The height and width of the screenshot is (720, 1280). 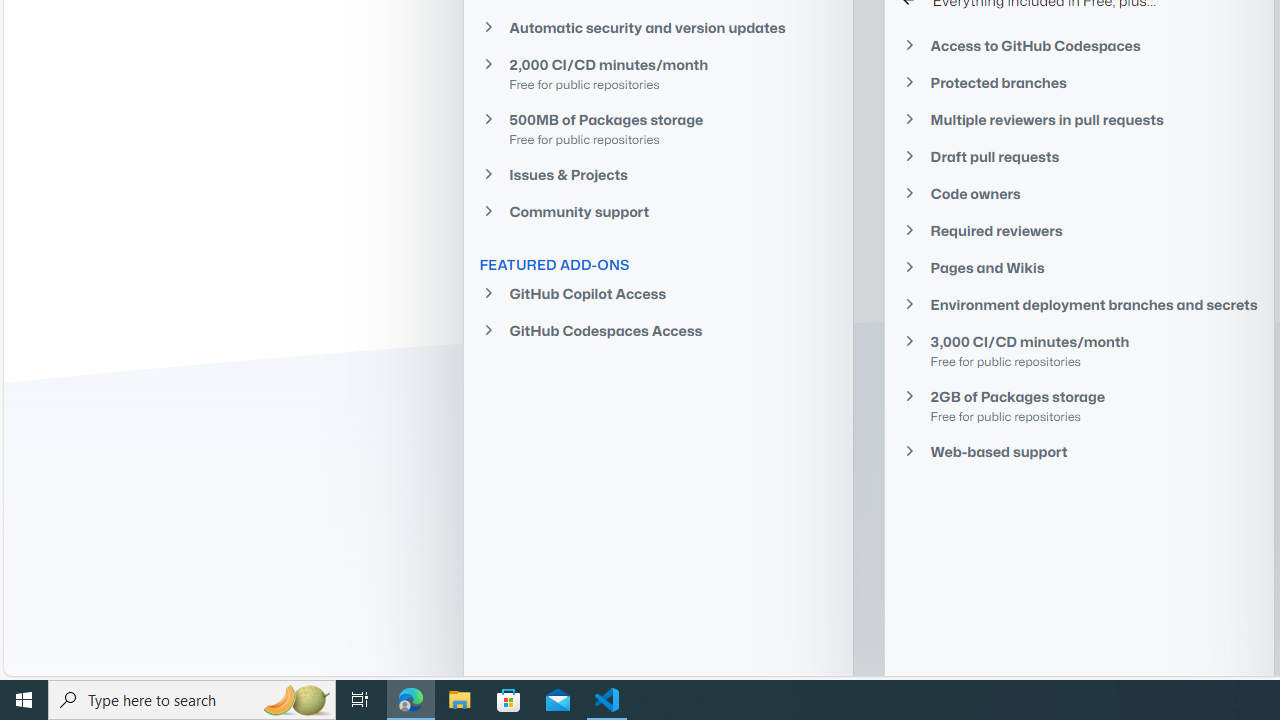 What do you see at coordinates (1078, 155) in the screenshot?
I see `'Draft pull requests'` at bounding box center [1078, 155].